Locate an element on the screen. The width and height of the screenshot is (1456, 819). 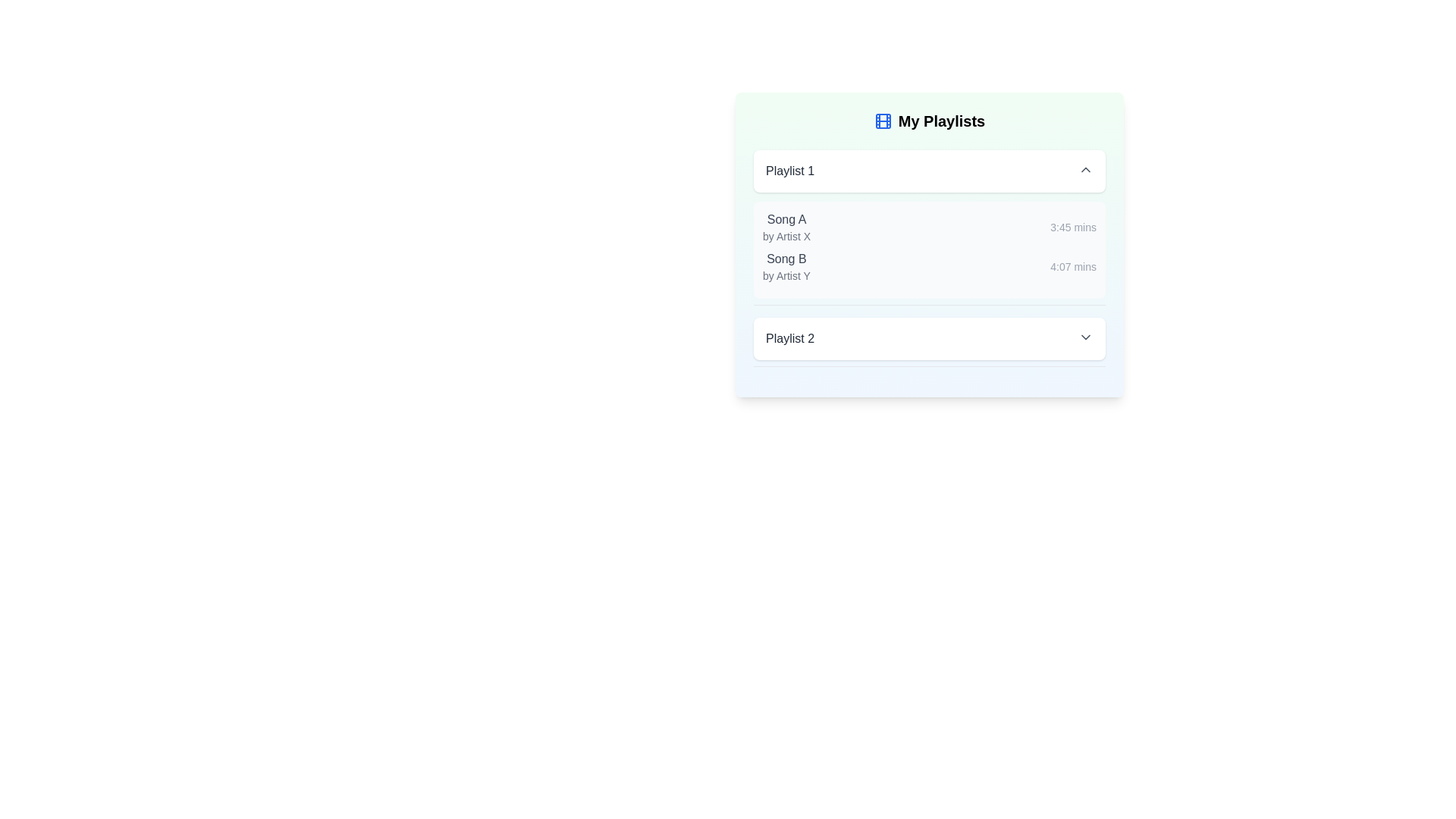
the first list item is located at coordinates (928, 227).